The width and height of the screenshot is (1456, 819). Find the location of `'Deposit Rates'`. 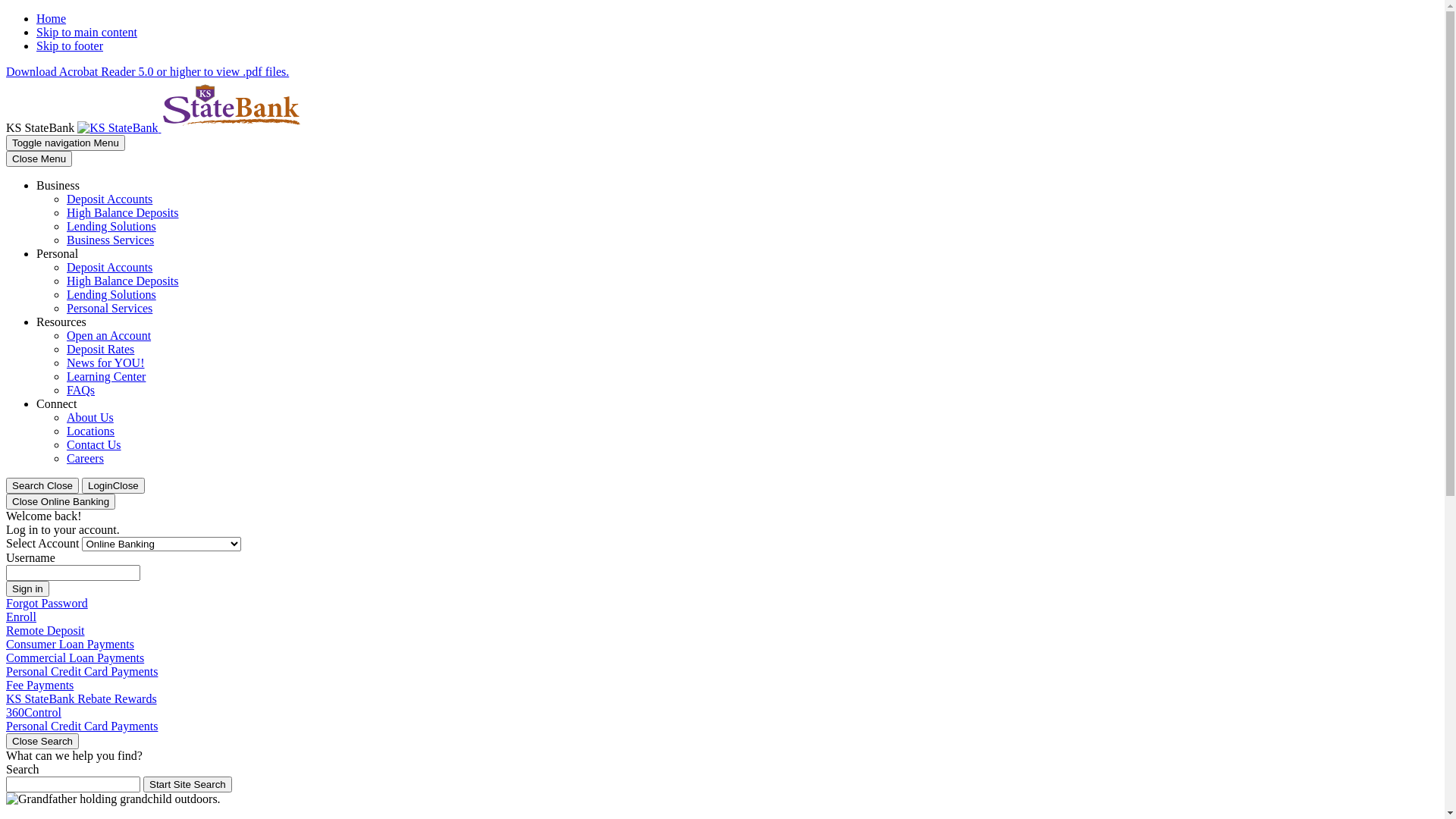

'Deposit Rates' is located at coordinates (65, 349).